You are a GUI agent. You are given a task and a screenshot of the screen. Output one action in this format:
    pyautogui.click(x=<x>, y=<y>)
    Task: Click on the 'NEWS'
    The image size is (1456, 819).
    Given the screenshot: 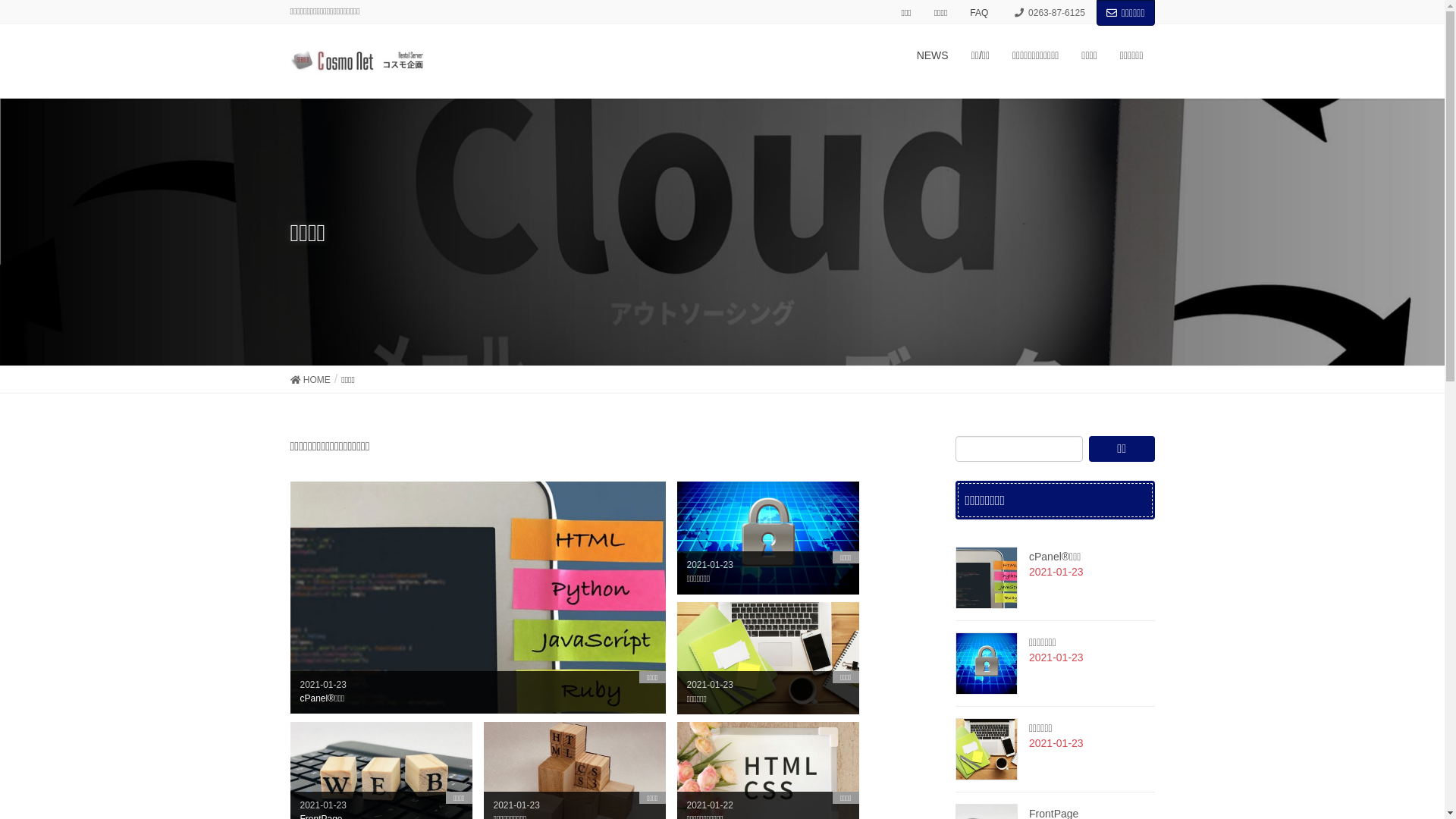 What is the action you would take?
    pyautogui.click(x=931, y=55)
    